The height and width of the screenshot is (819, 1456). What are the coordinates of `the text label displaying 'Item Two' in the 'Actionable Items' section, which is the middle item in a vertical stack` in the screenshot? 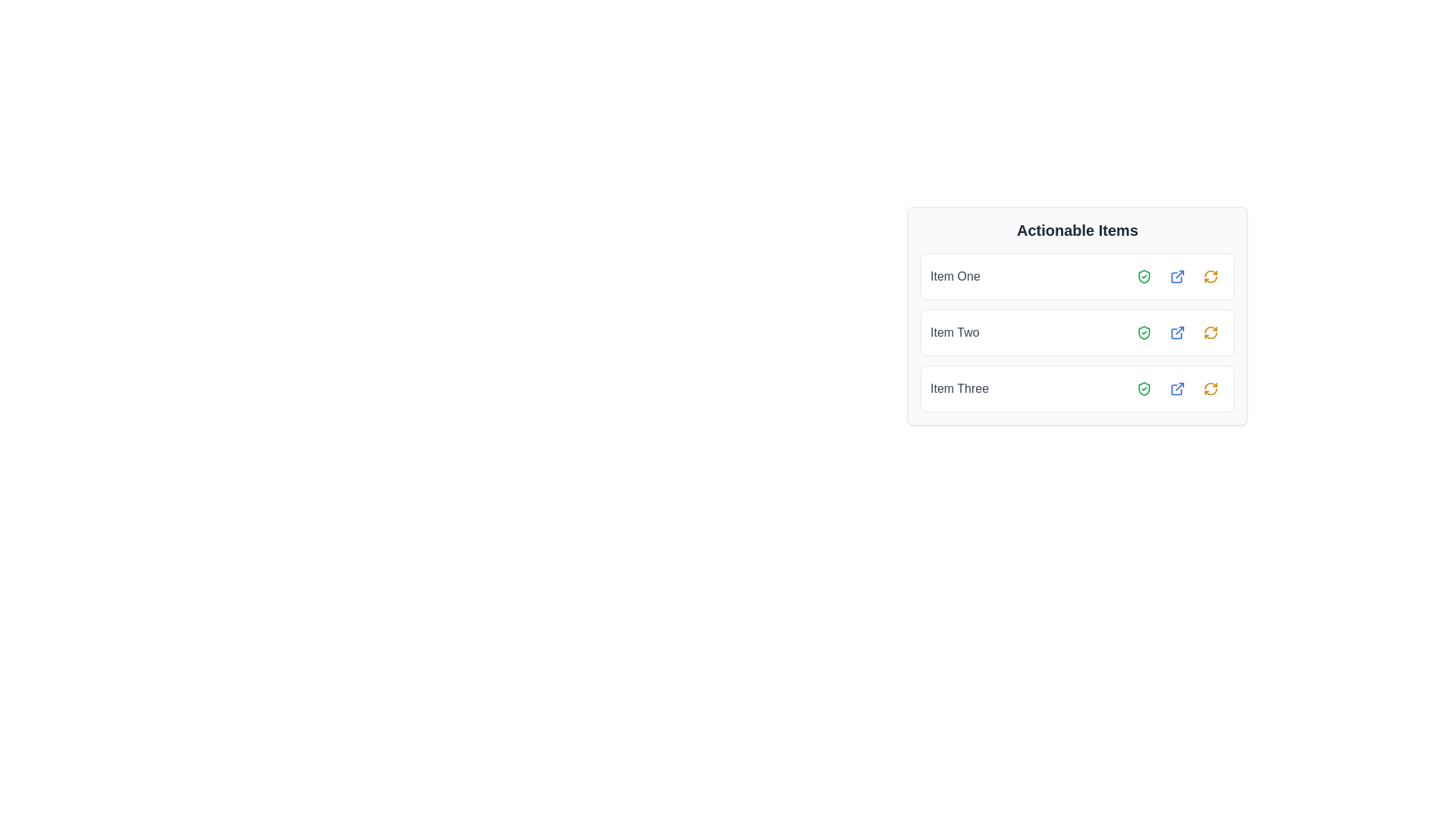 It's located at (954, 332).